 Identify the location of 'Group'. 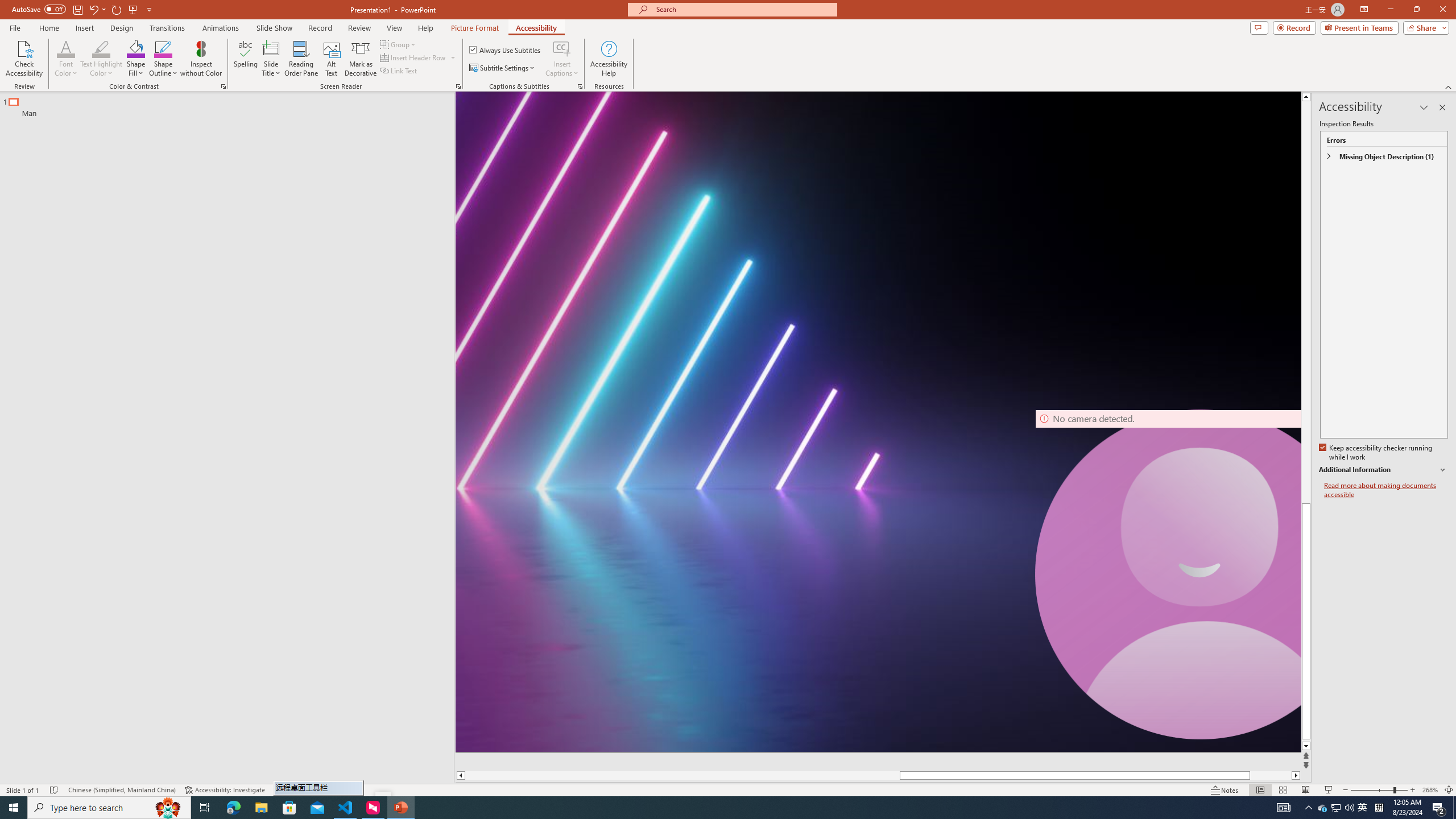
(399, 44).